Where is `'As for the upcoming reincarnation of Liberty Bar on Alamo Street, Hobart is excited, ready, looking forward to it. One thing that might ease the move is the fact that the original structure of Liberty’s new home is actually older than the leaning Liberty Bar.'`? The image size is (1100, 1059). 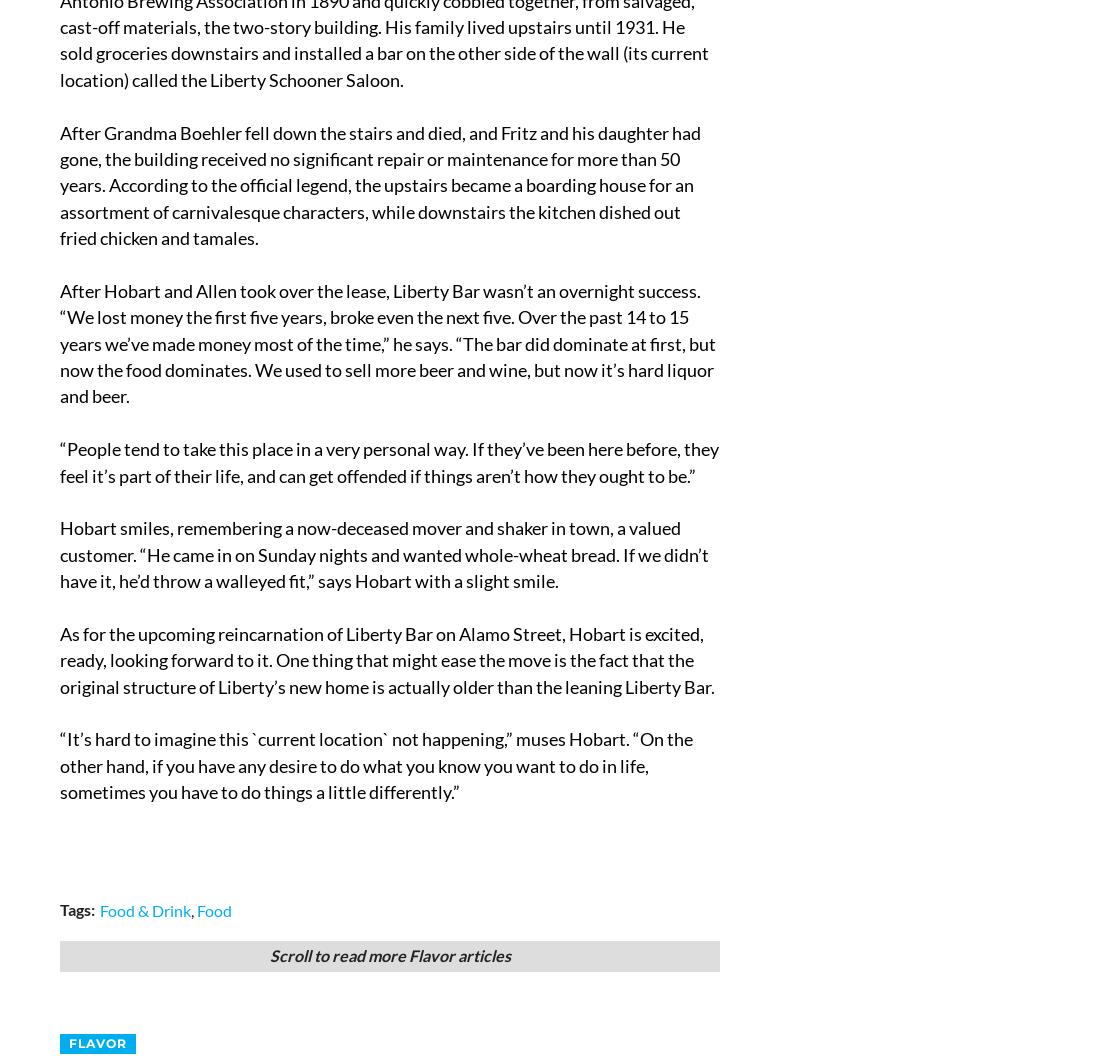 'As for the upcoming reincarnation of Liberty Bar on Alamo Street, Hobart is excited, ready, looking forward to it. One thing that might ease the move is the fact that the original structure of Liberty’s new home is actually older than the leaning Liberty Bar.' is located at coordinates (387, 659).